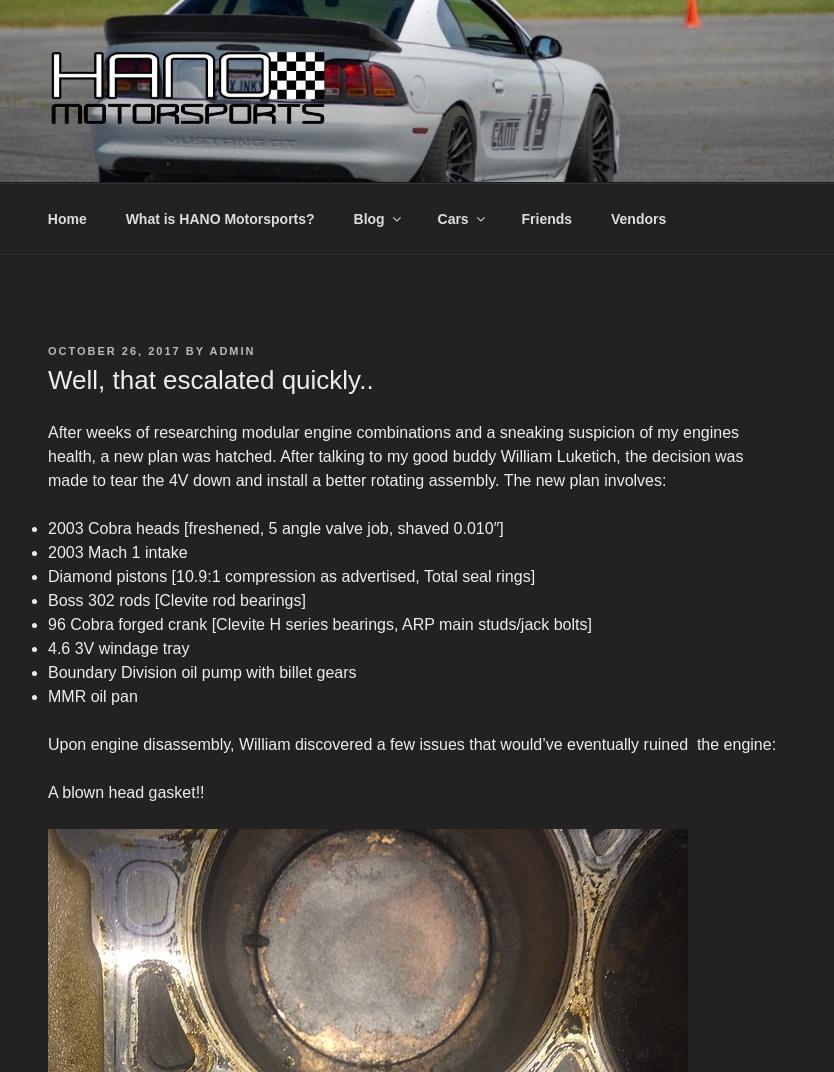 This screenshot has height=1072, width=834. What do you see at coordinates (194, 350) in the screenshot?
I see `'by'` at bounding box center [194, 350].